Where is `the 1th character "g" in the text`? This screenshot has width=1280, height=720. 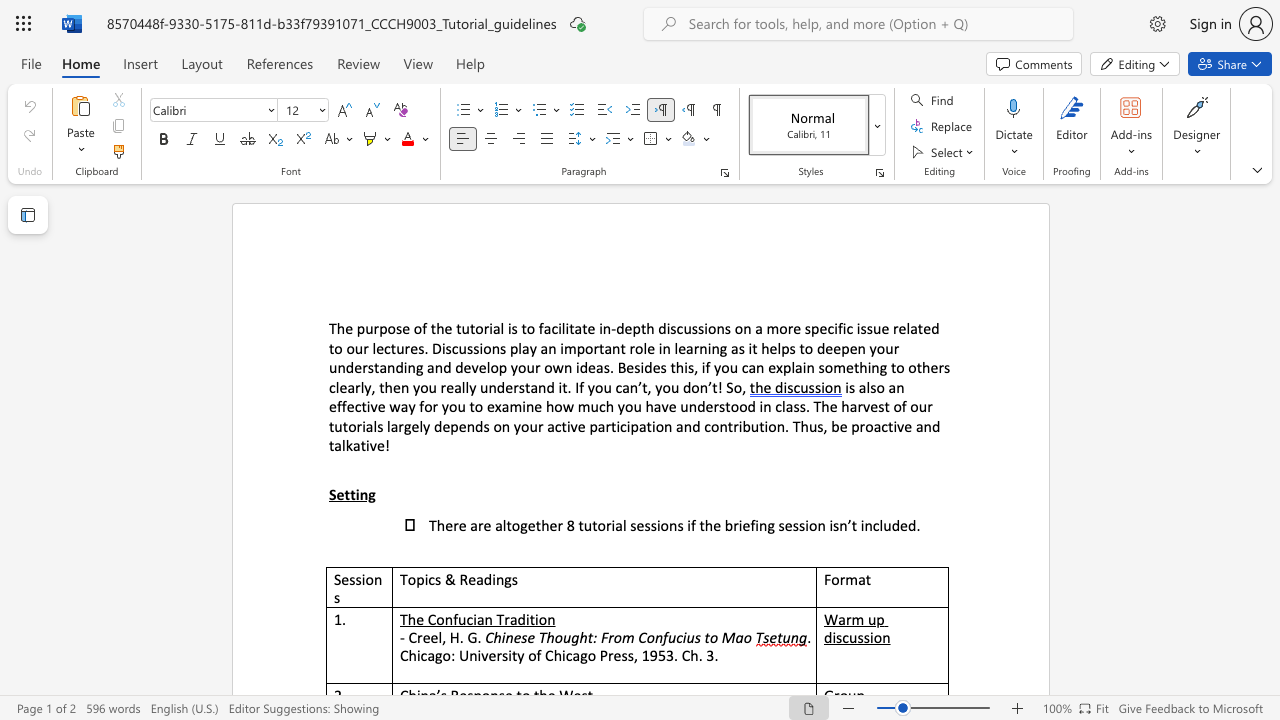
the 1th character "g" in the text is located at coordinates (722, 347).